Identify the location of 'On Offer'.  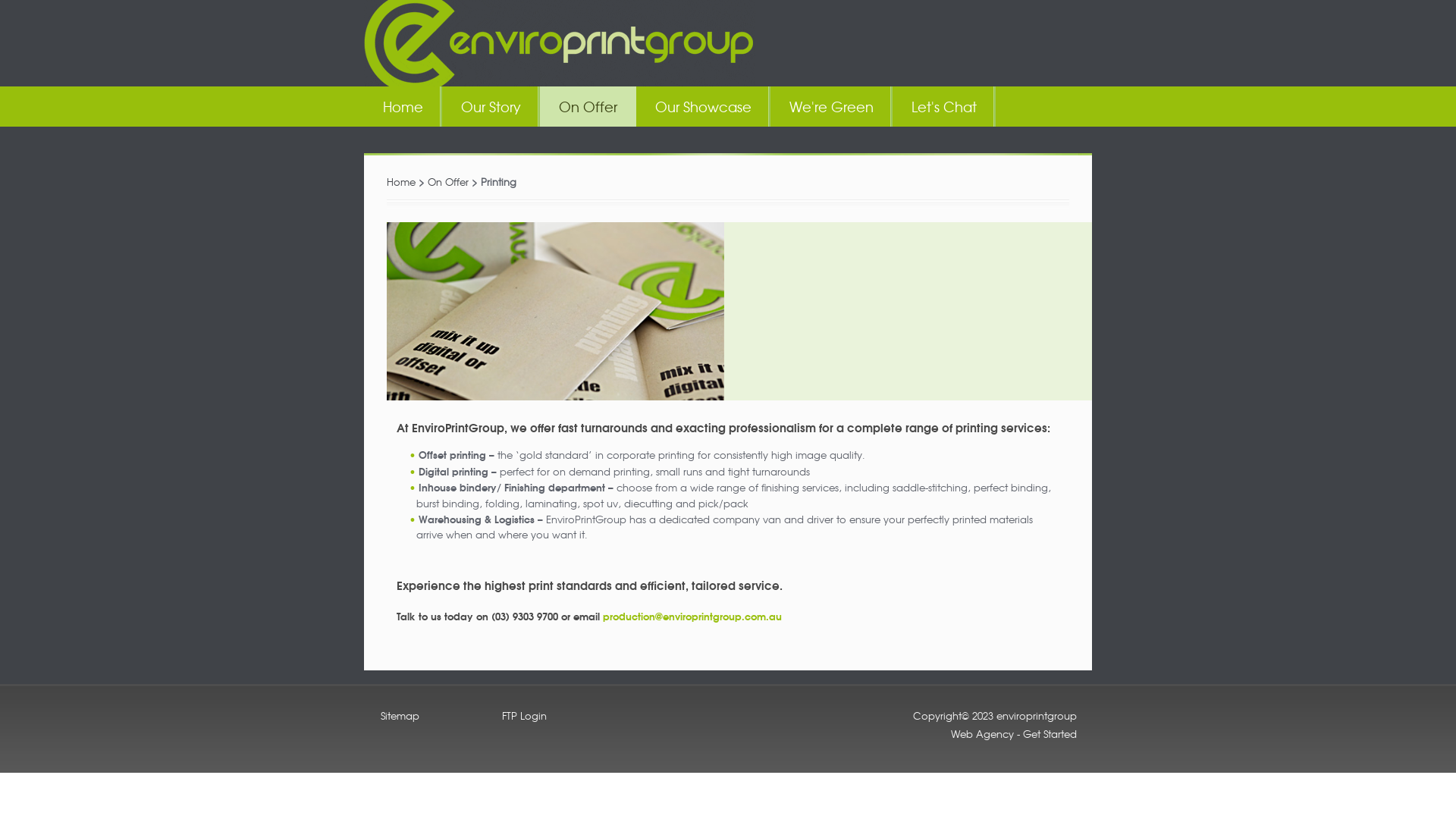
(587, 105).